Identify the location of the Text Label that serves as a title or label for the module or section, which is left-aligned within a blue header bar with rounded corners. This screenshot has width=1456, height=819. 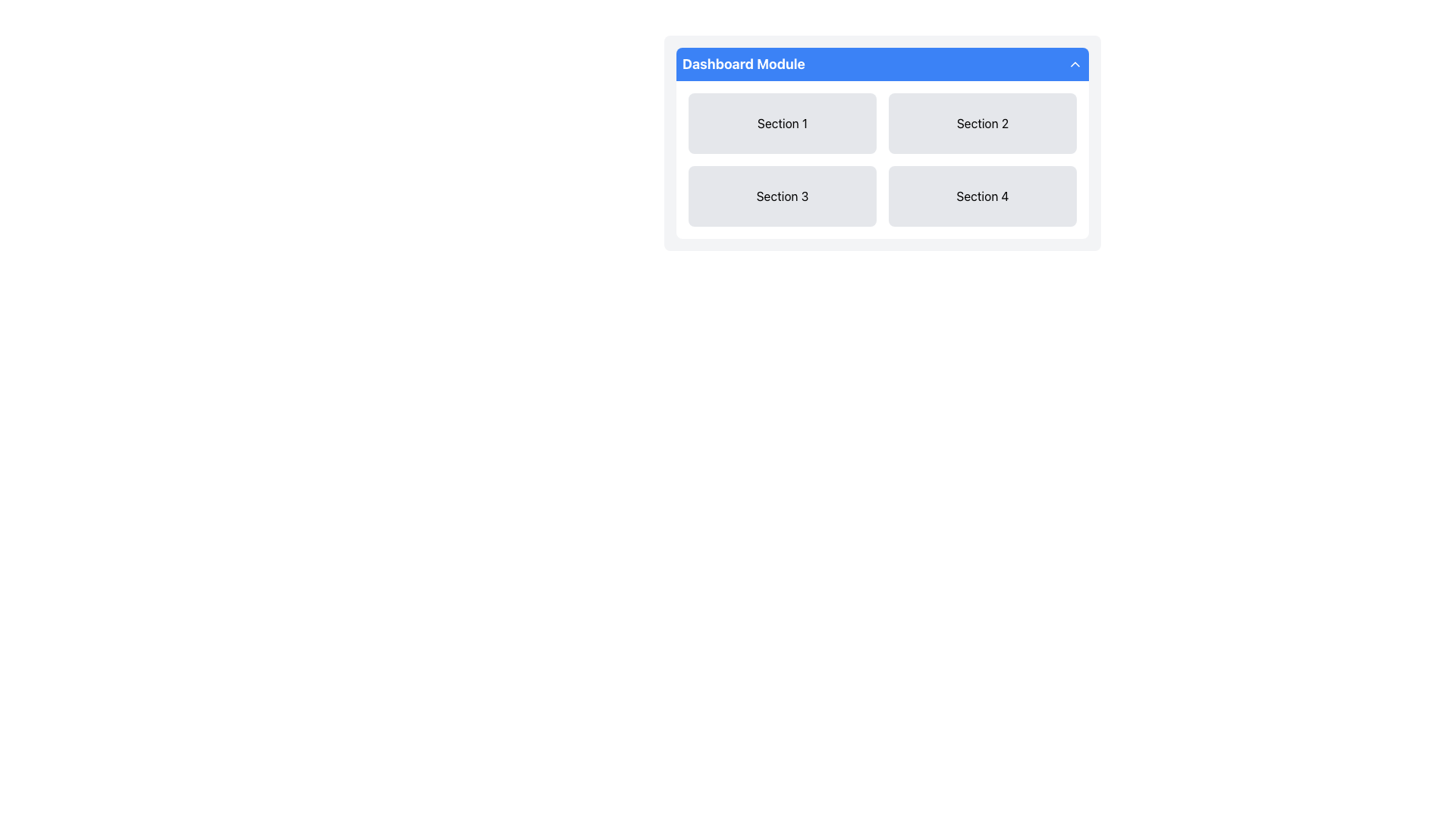
(743, 63).